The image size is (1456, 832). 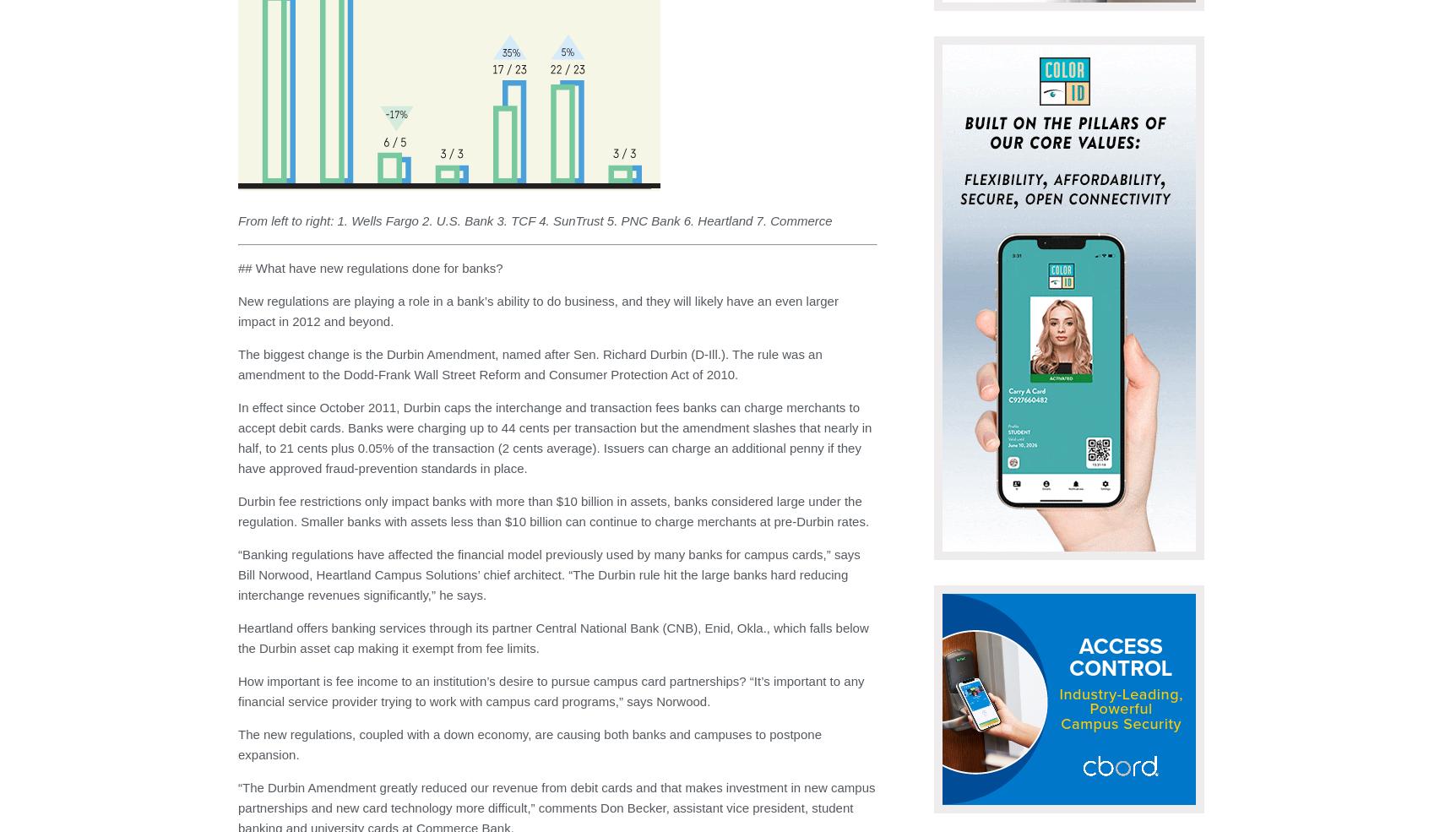 I want to click on 'The biggest change is the Durbin Amendment, named after Sen. Richard Durbin (D-Ill.). The rule was an amendment to the Dodd-Frank Wall Street Reform and Consumer Protection Act of 2010.', so click(x=530, y=363).